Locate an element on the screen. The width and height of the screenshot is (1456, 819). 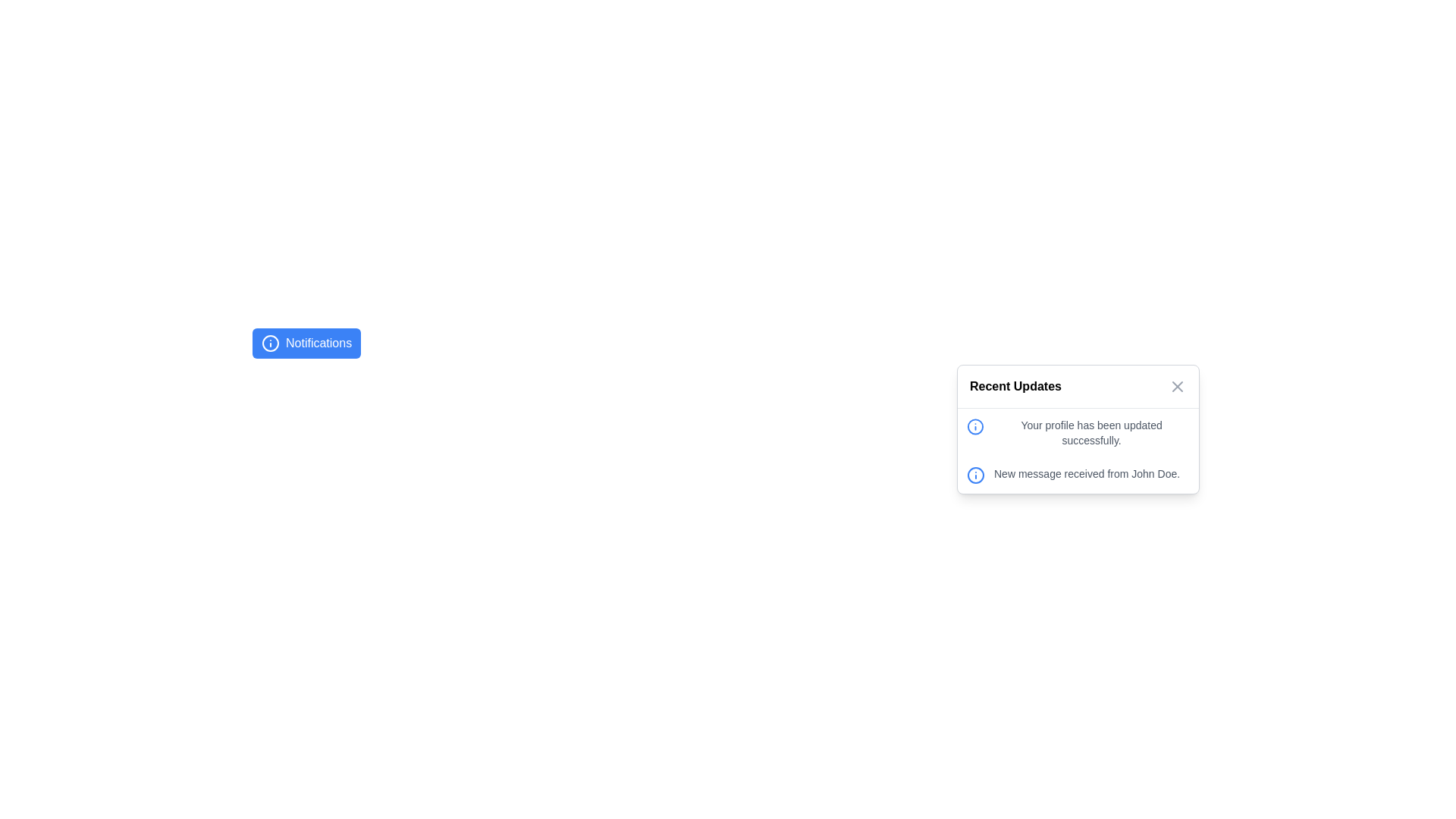
the decorative graphic circle element that represents an 'info' symbol within the 'Notifications' icon is located at coordinates (975, 427).